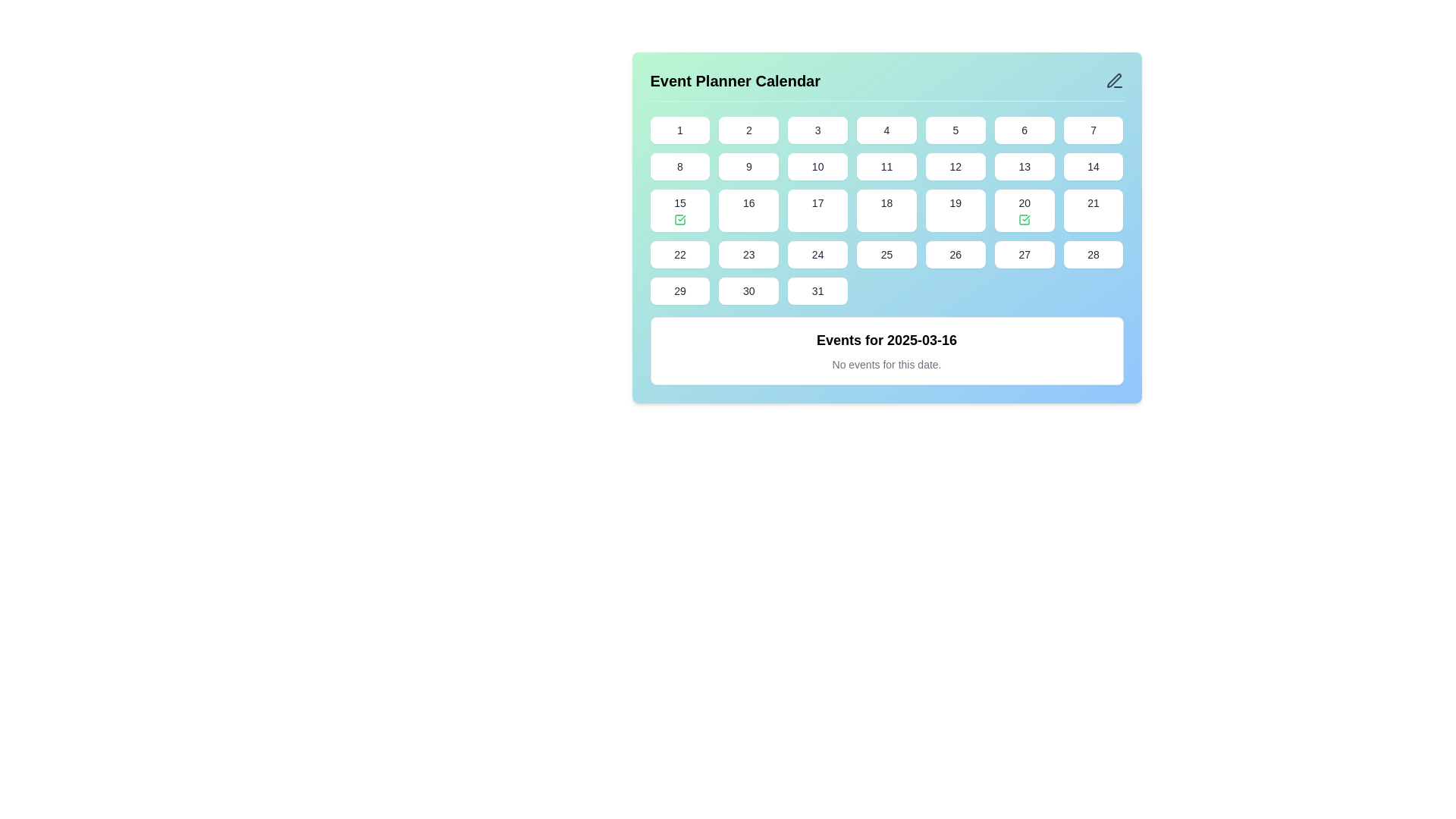 The width and height of the screenshot is (1456, 819). I want to click on the button displaying the number '30' in the last row of the calendar grid, located in the 6th column between '29' and '31', so click(748, 291).